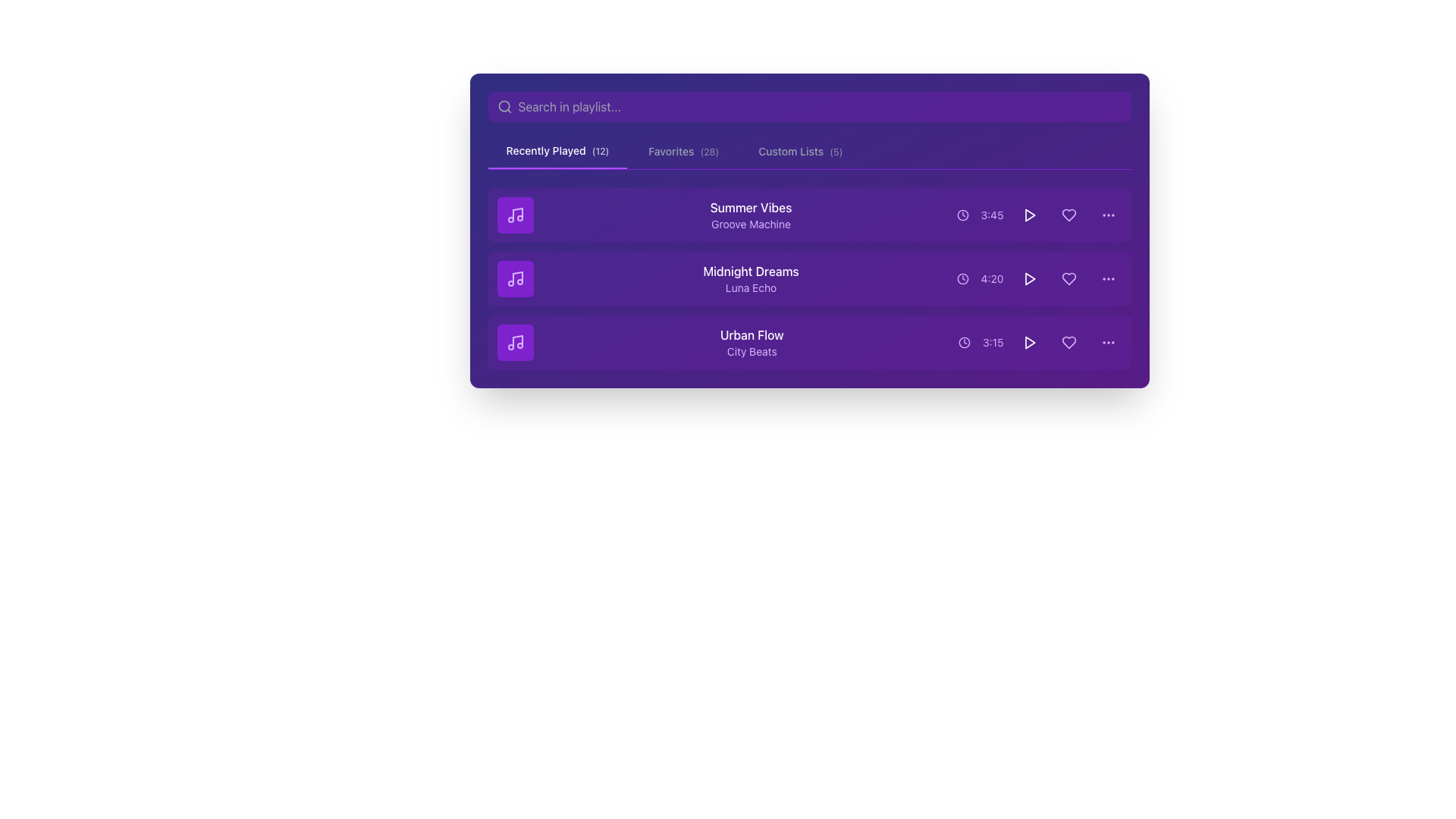  What do you see at coordinates (682, 152) in the screenshot?
I see `the navigation button located in the horizontal navigation bar` at bounding box center [682, 152].